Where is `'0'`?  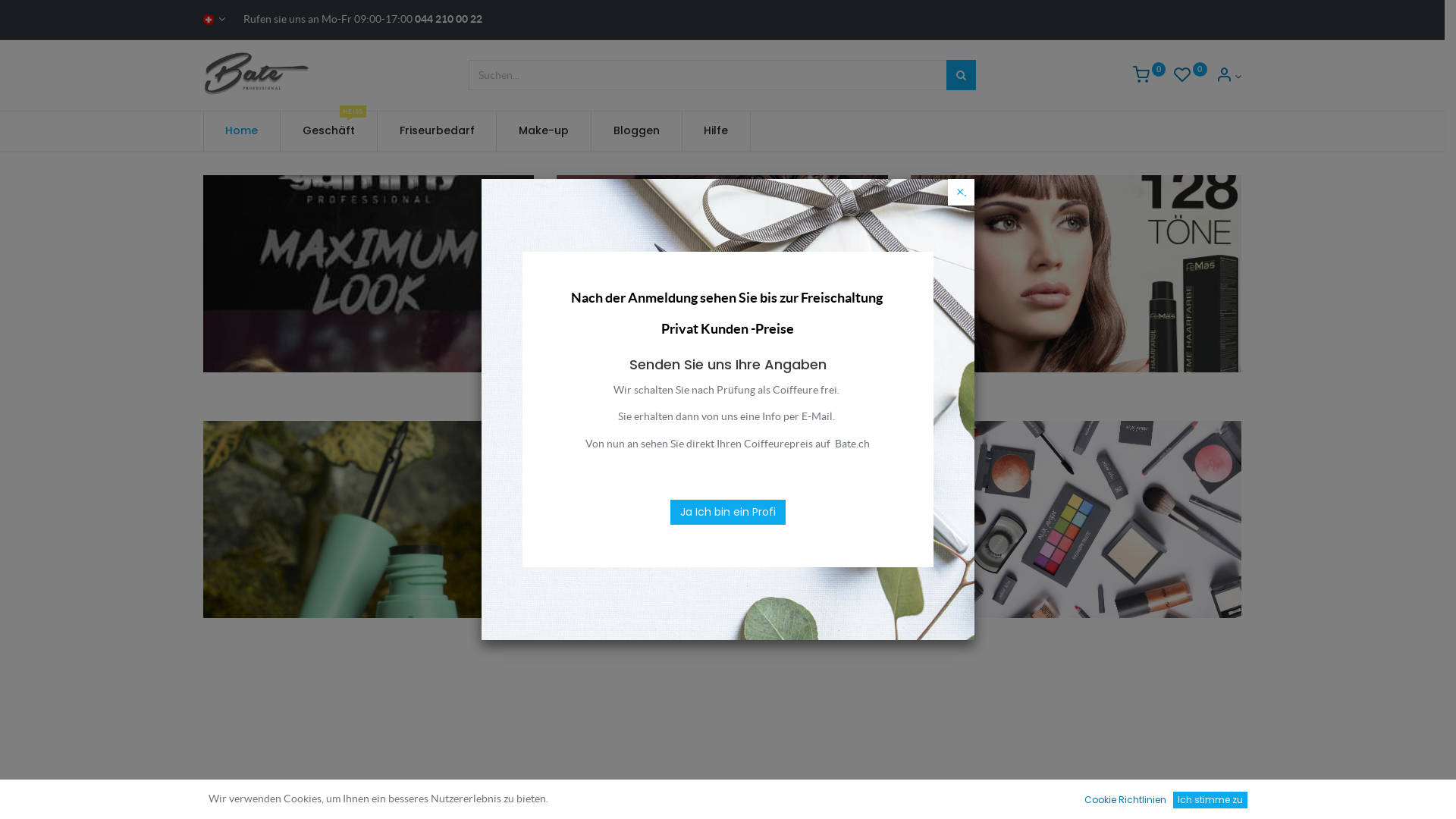 '0' is located at coordinates (1132, 76).